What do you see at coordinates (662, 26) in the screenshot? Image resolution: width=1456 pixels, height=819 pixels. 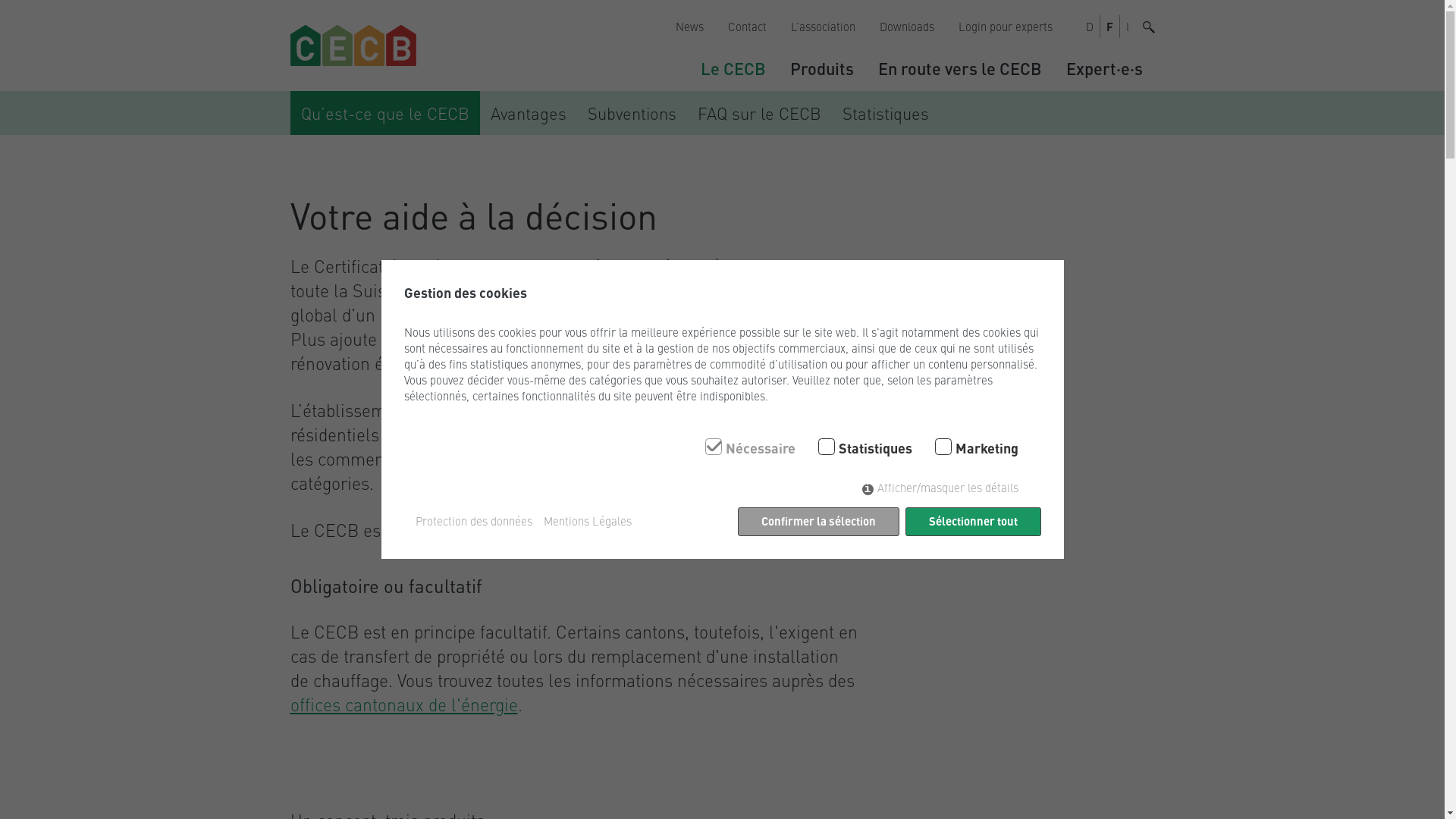 I see `'News'` at bounding box center [662, 26].